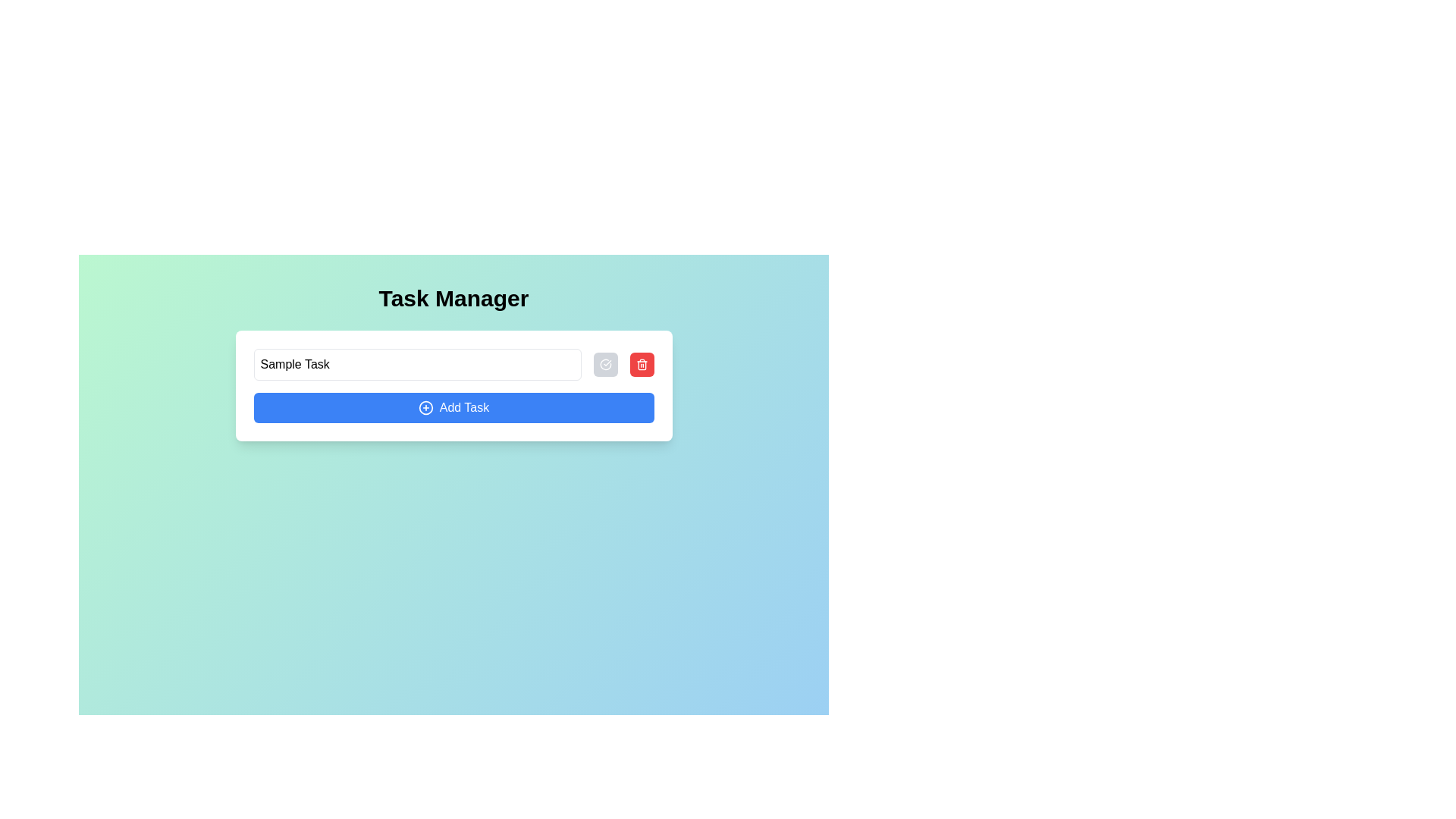 This screenshot has height=819, width=1456. What do you see at coordinates (425, 406) in the screenshot?
I see `the button labeled 'Add Task' which contains a decorative icon of a circle with a plus sign inside, located at the bottom-center of the interface` at bounding box center [425, 406].